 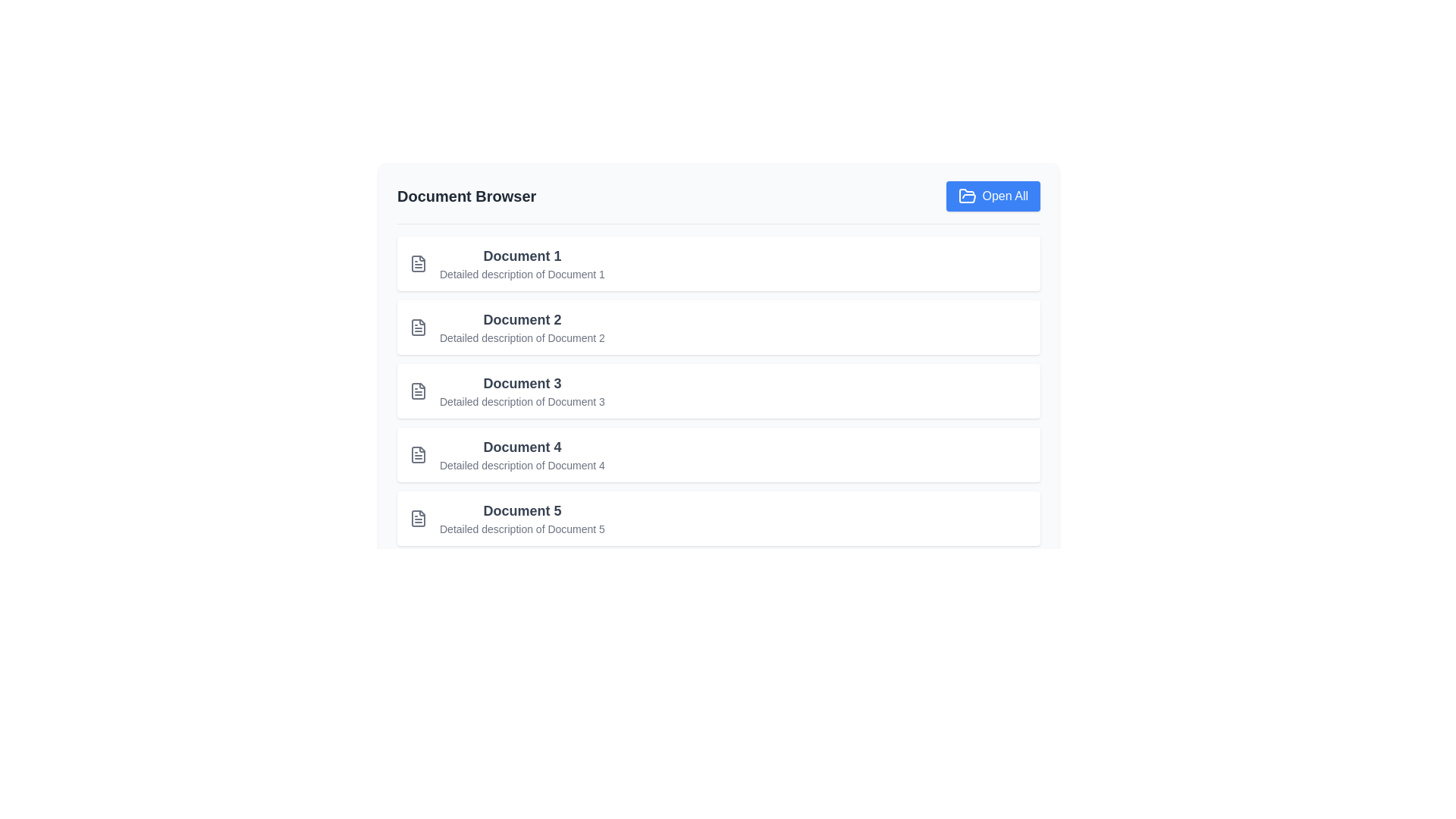 I want to click on the text label that reads 'Detailed description of Document 2', which is styled with a smaller font size and lighter gray color, located directly below the bold text 'Document 2', so click(x=522, y=337).